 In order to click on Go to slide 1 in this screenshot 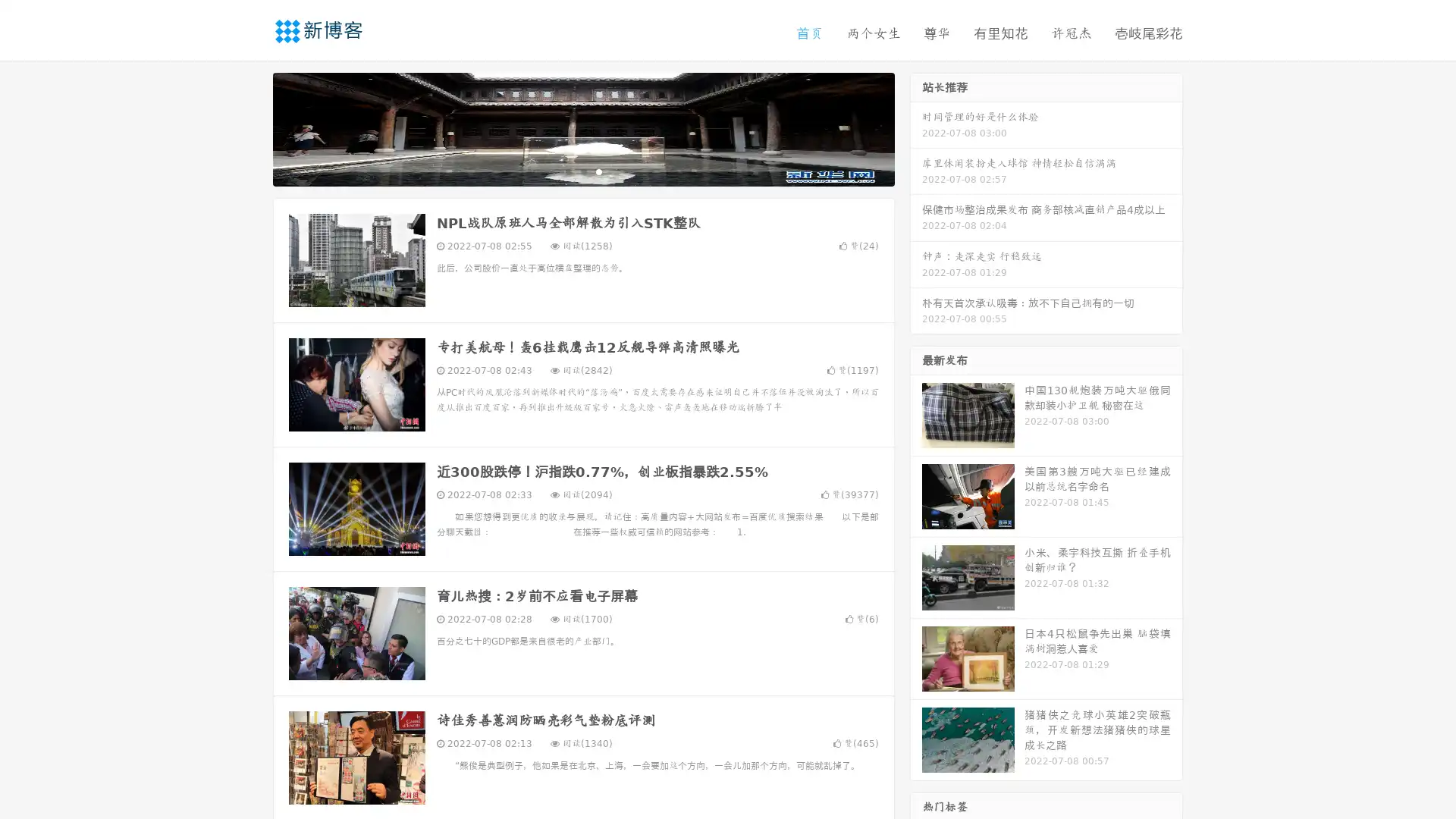, I will do `click(567, 171)`.